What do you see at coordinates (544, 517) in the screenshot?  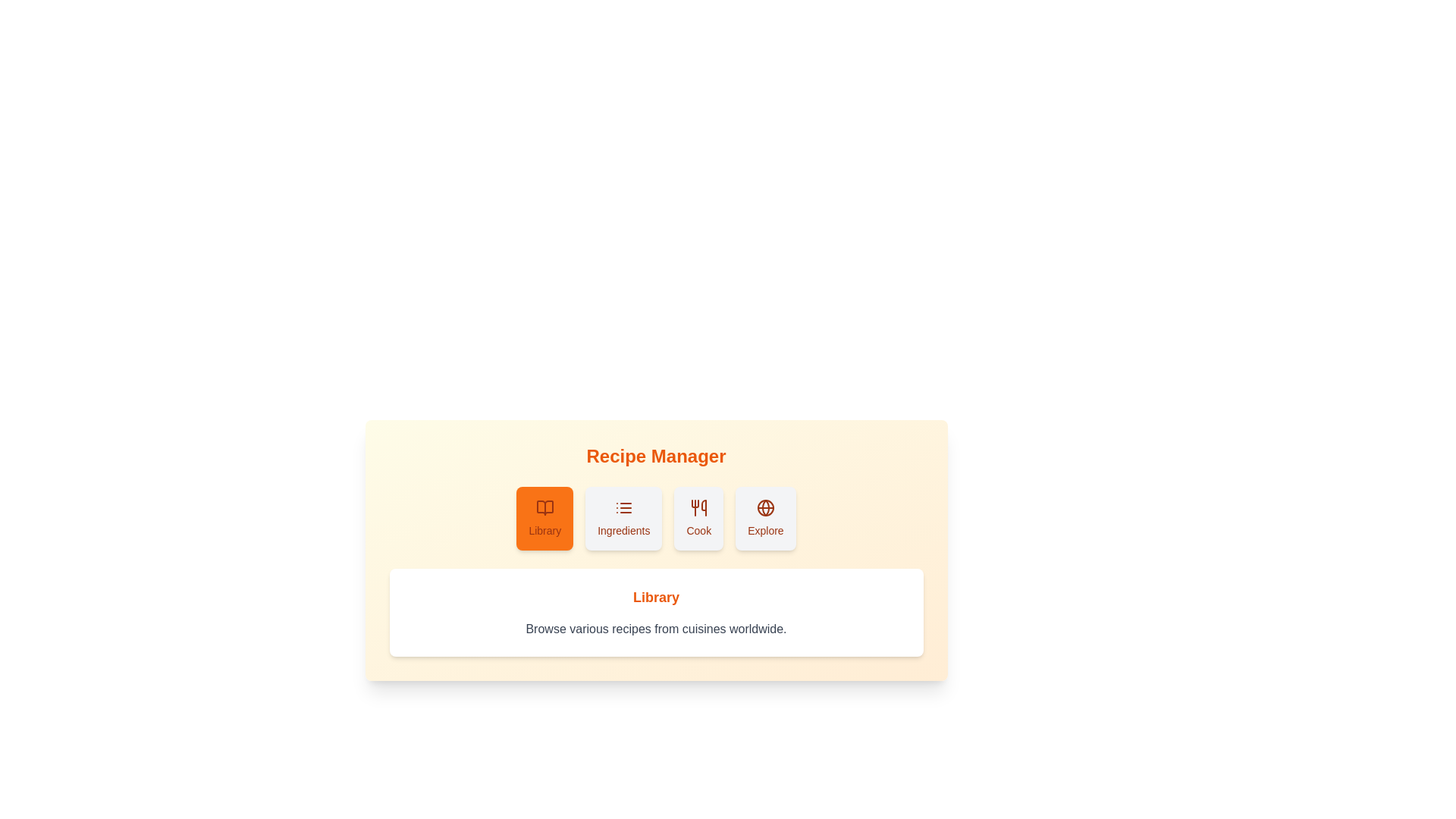 I see `the Library tab to view its content` at bounding box center [544, 517].